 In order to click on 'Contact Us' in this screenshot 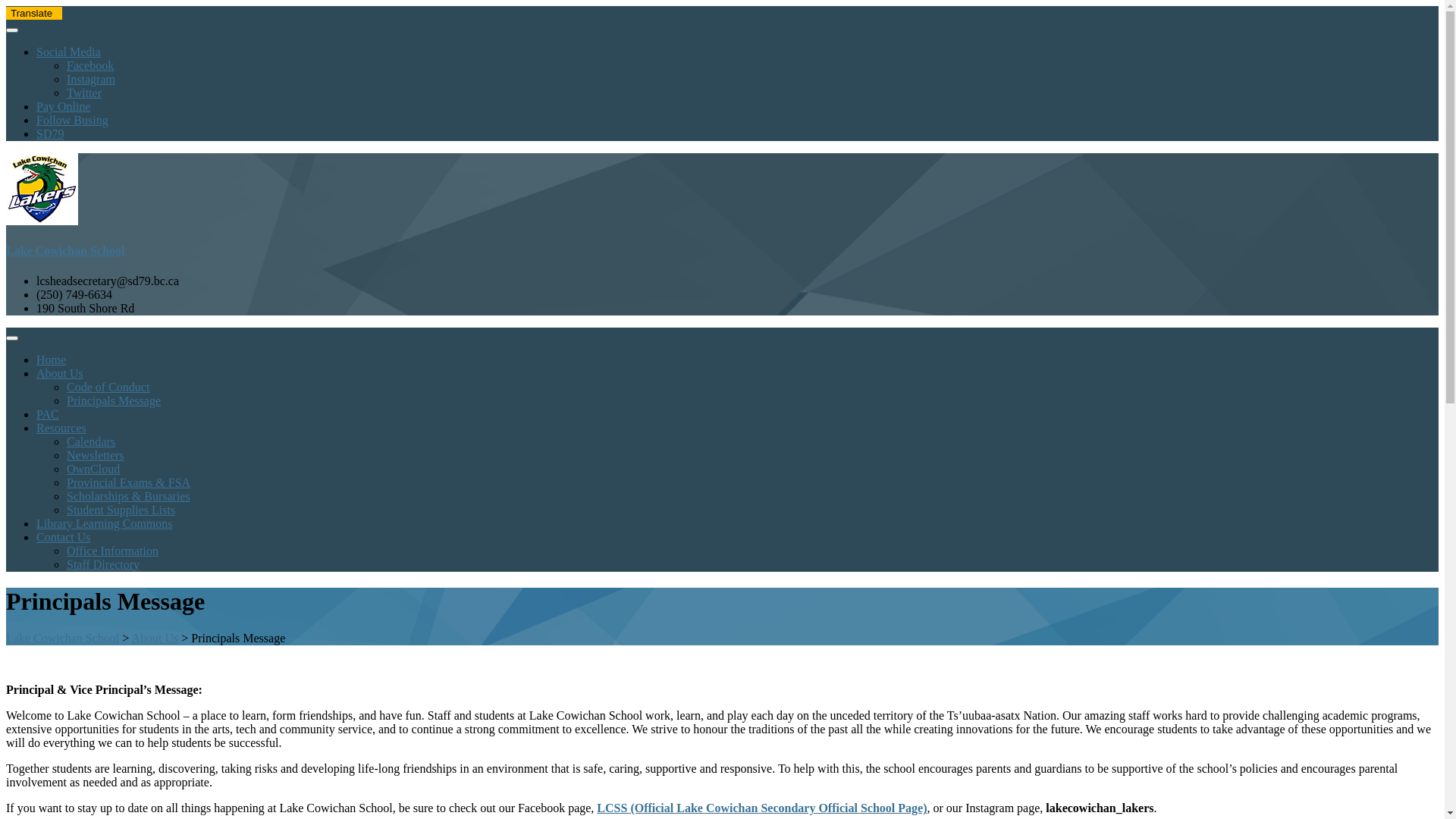, I will do `click(62, 536)`.